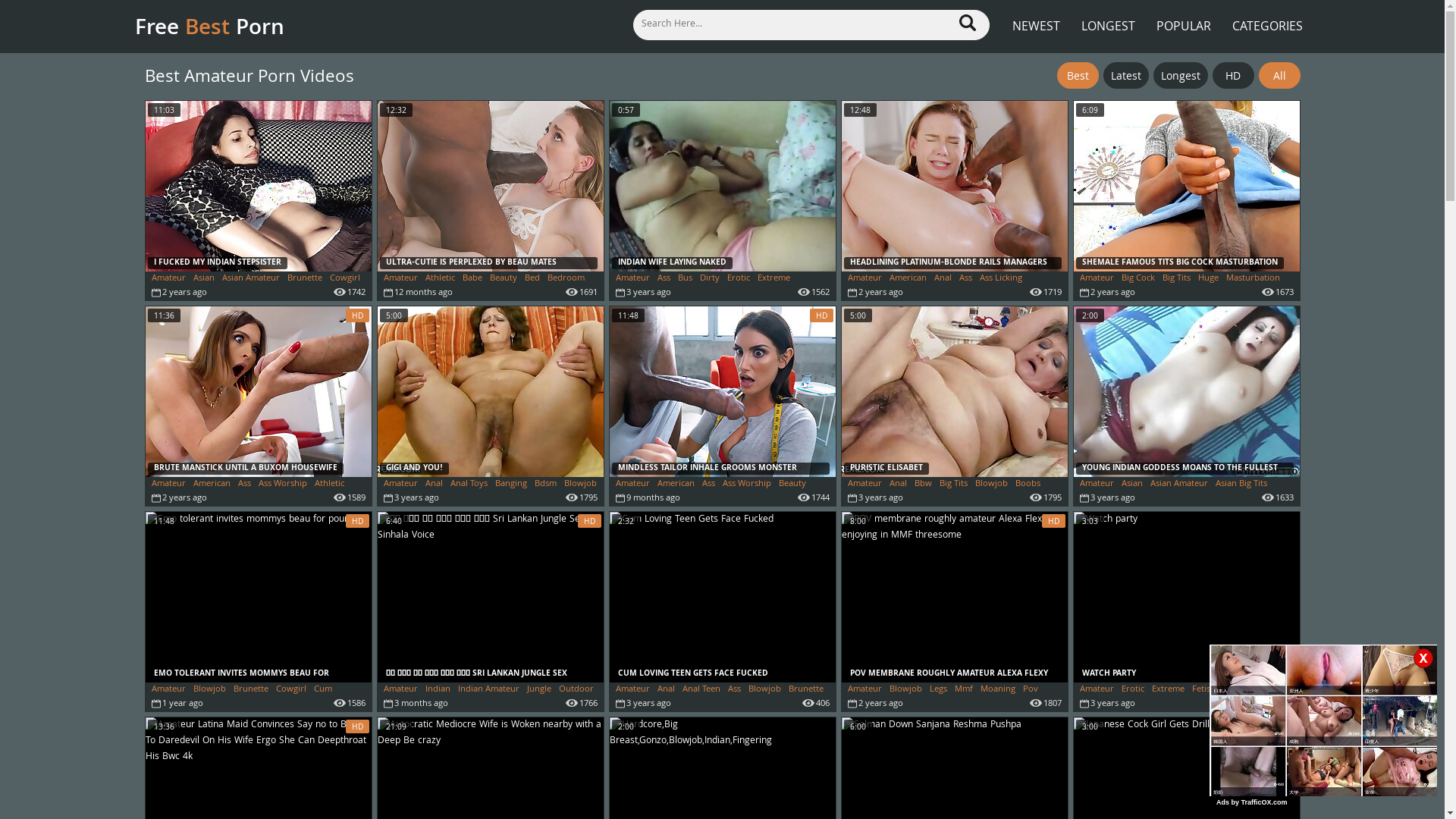 Image resolution: width=1456 pixels, height=819 pixels. What do you see at coordinates (1207, 278) in the screenshot?
I see `'Huge'` at bounding box center [1207, 278].